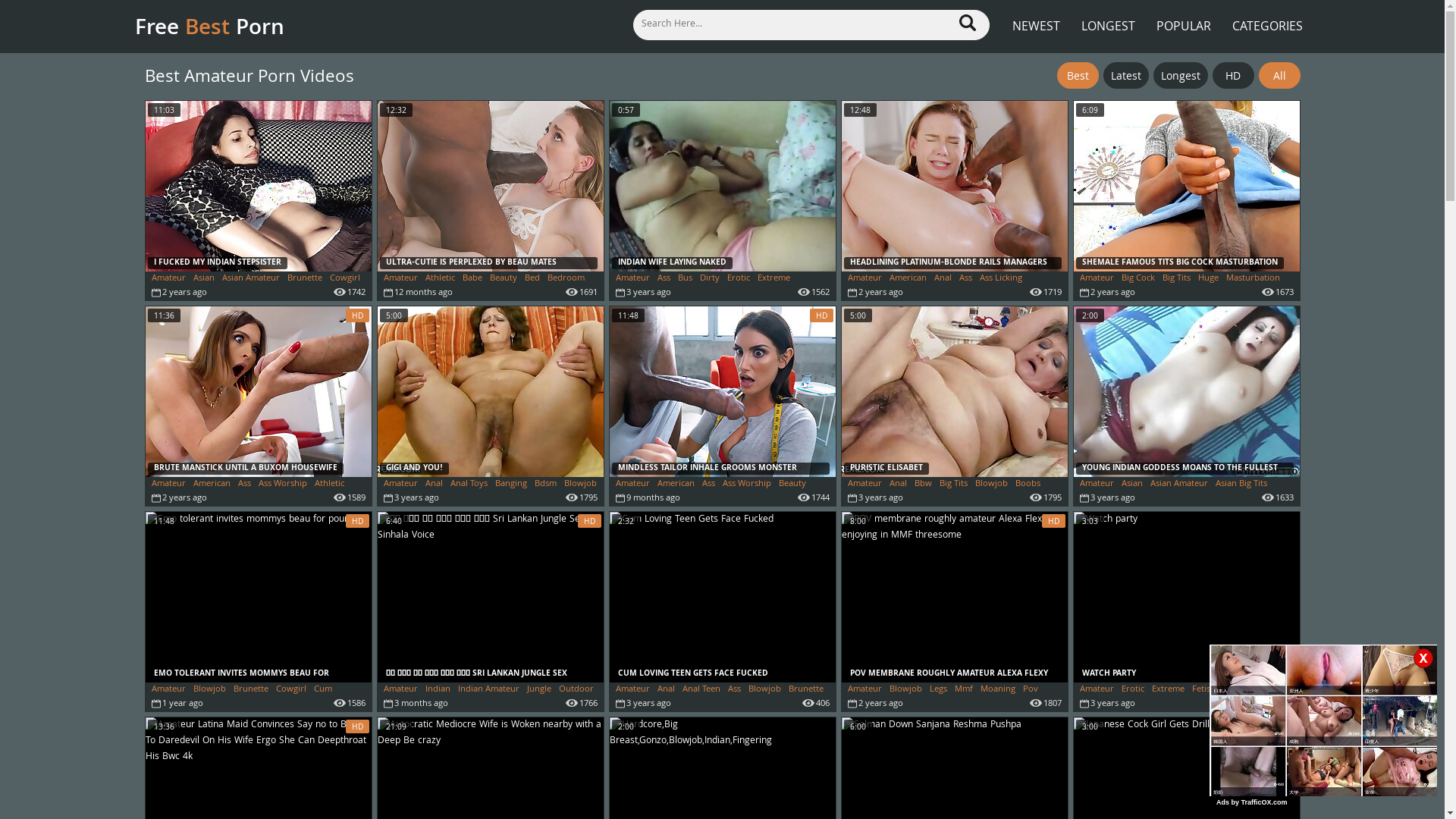 Image resolution: width=1456 pixels, height=819 pixels. What do you see at coordinates (1207, 278) in the screenshot?
I see `'Huge'` at bounding box center [1207, 278].